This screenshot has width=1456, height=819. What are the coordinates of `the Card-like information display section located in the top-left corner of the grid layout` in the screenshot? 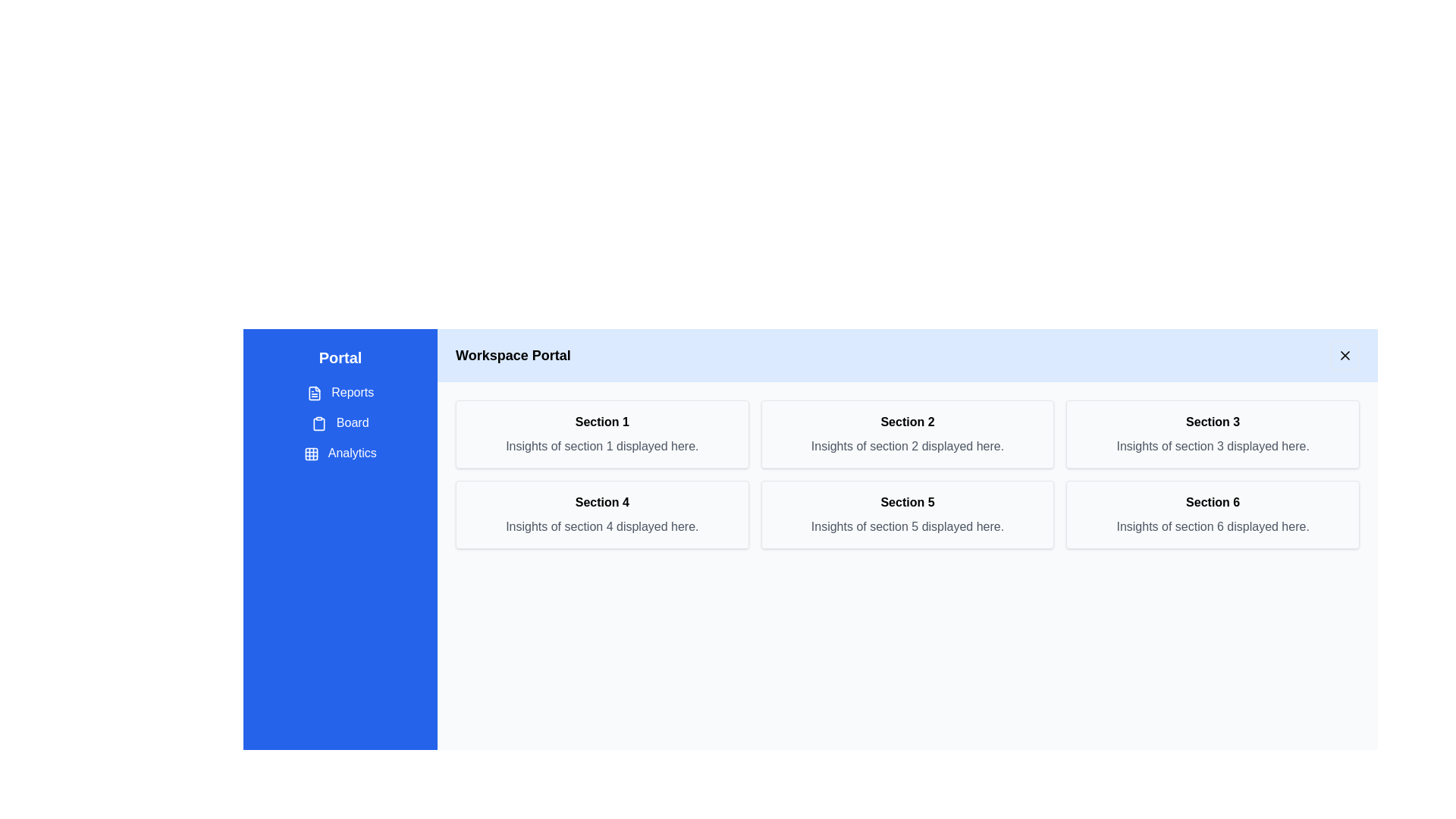 It's located at (601, 435).